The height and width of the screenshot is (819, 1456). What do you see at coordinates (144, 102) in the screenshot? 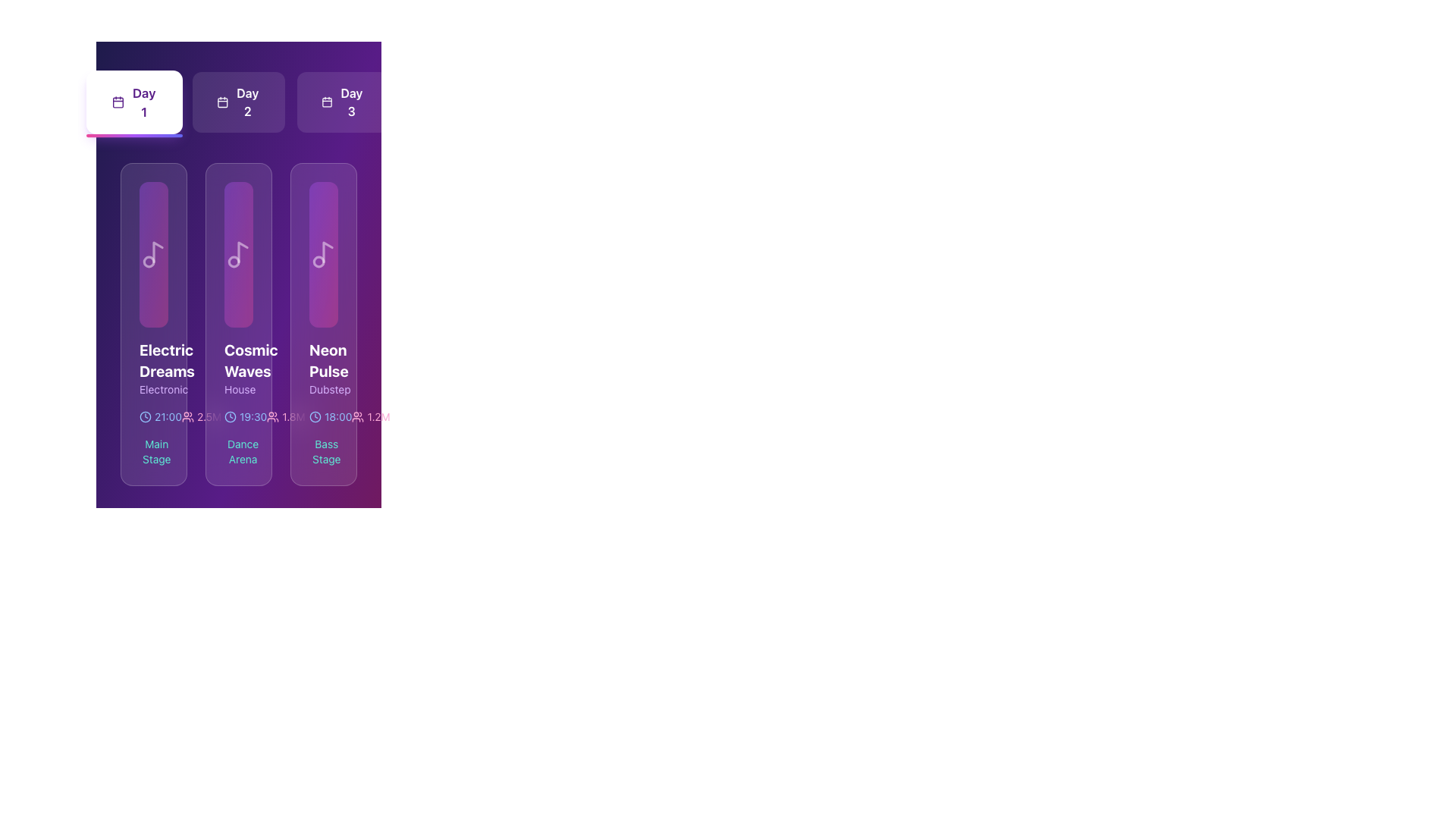
I see `the 'Day 1' tab in the segmented tab control` at bounding box center [144, 102].